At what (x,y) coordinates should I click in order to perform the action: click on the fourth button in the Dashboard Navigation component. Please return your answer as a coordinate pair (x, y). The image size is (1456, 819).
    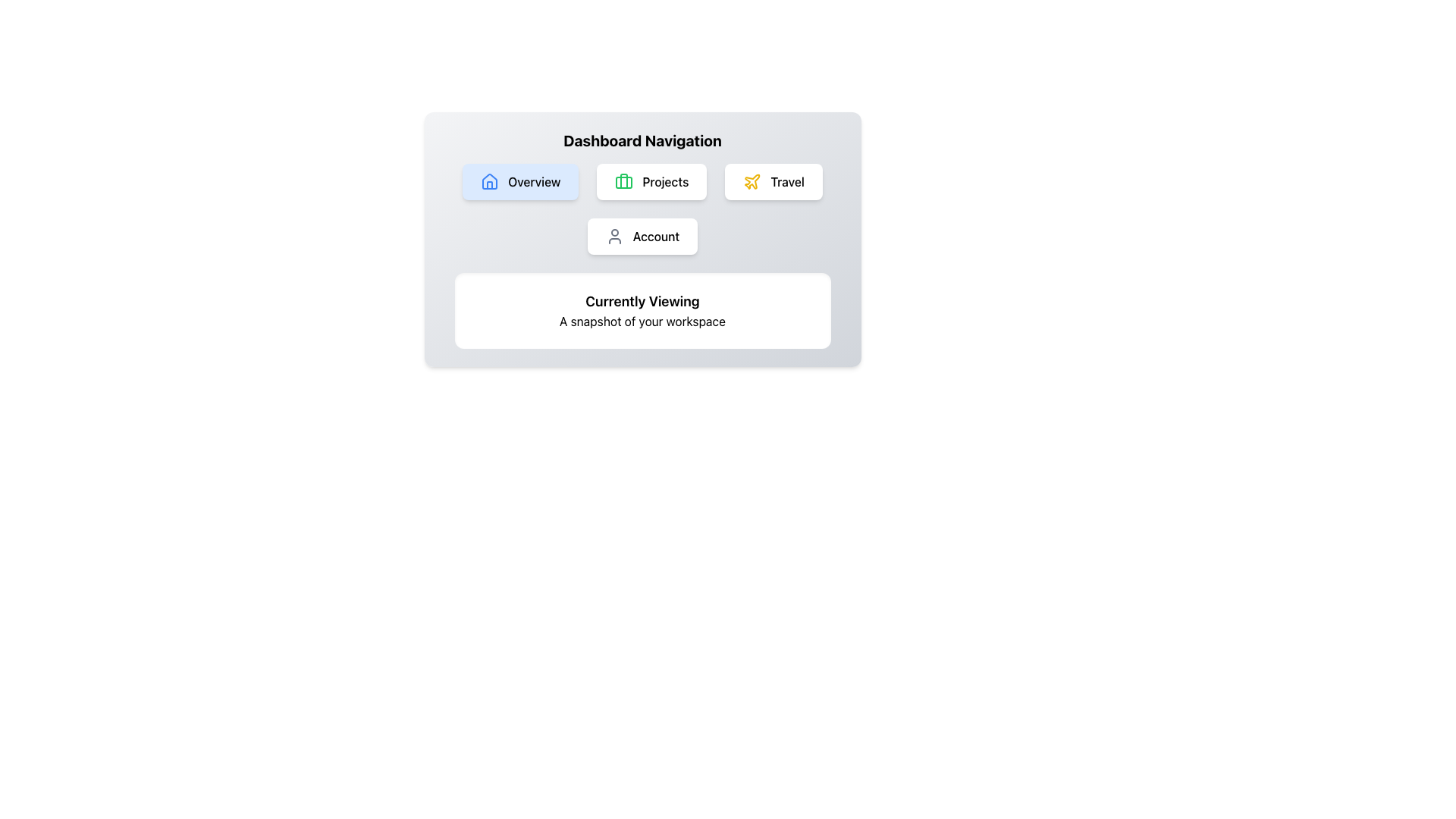
    Looking at the image, I should click on (642, 237).